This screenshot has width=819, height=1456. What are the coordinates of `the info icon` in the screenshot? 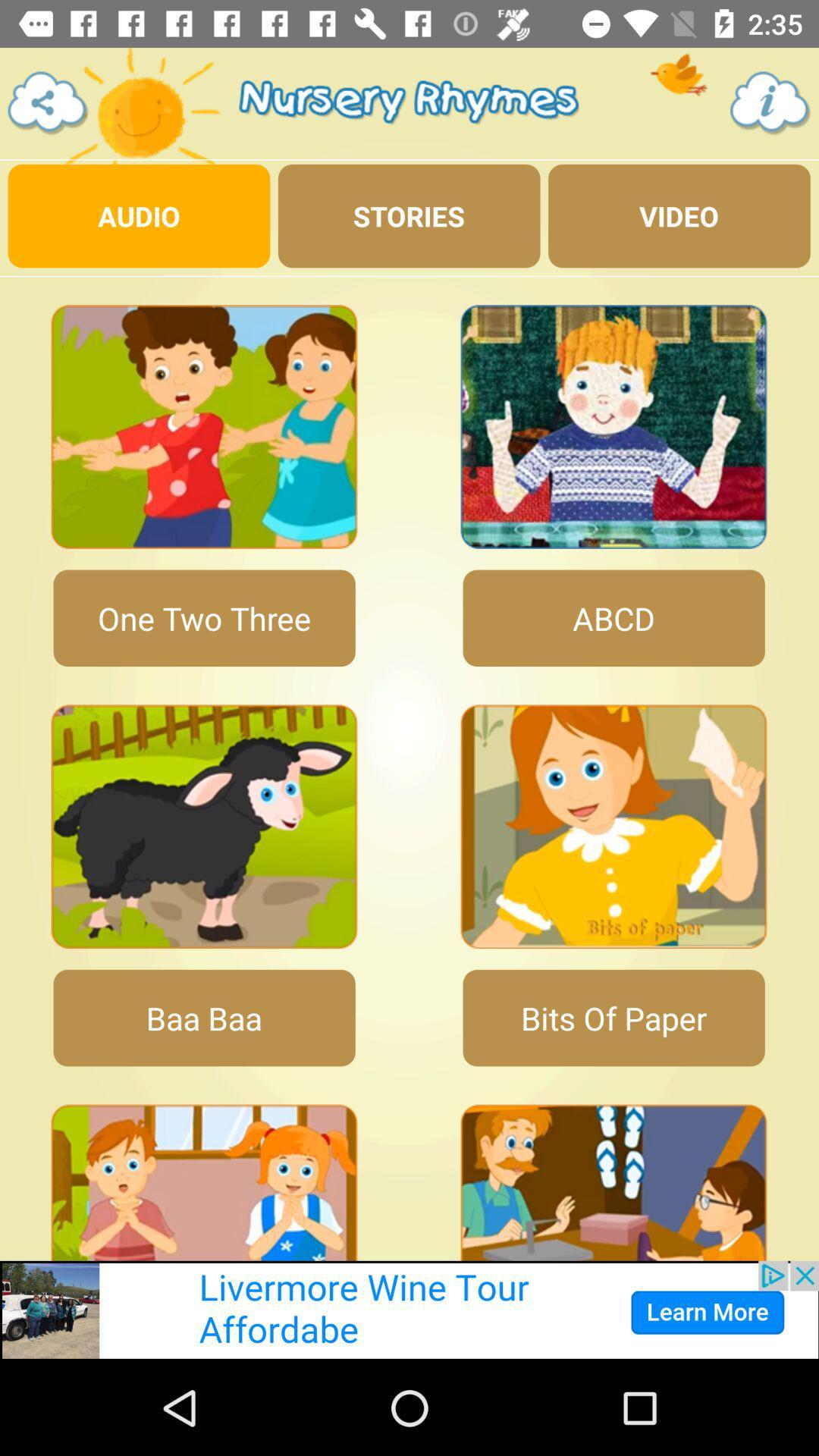 It's located at (770, 102).